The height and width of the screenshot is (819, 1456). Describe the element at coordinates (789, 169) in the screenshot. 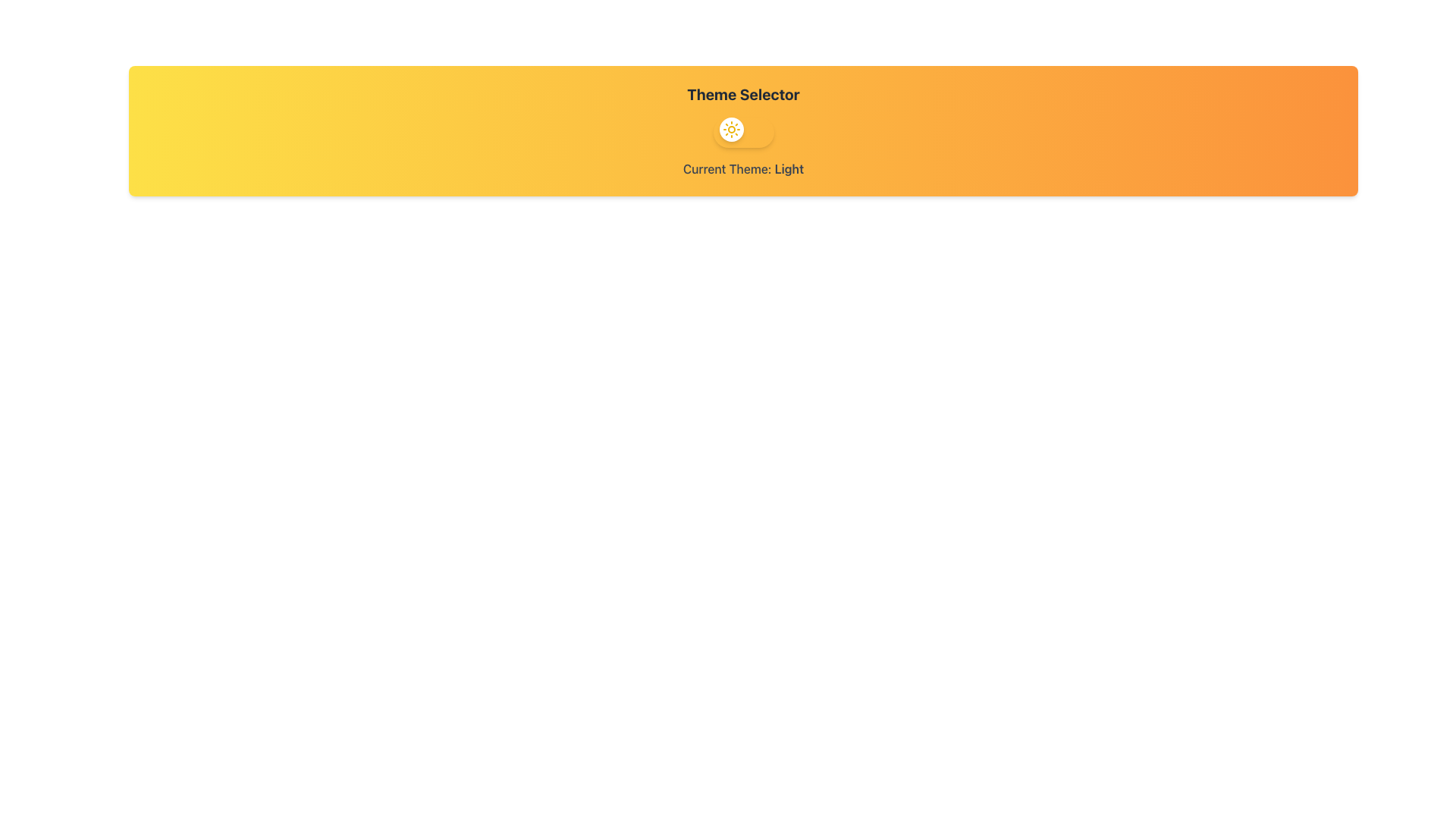

I see `the text element 'Light', which is styled with a bold or semibold font weight and is presented in grayish-black color against a light yellow-to-orange gradient background, located in the center of the theme selector interface under the label 'Current Theme:'` at that location.